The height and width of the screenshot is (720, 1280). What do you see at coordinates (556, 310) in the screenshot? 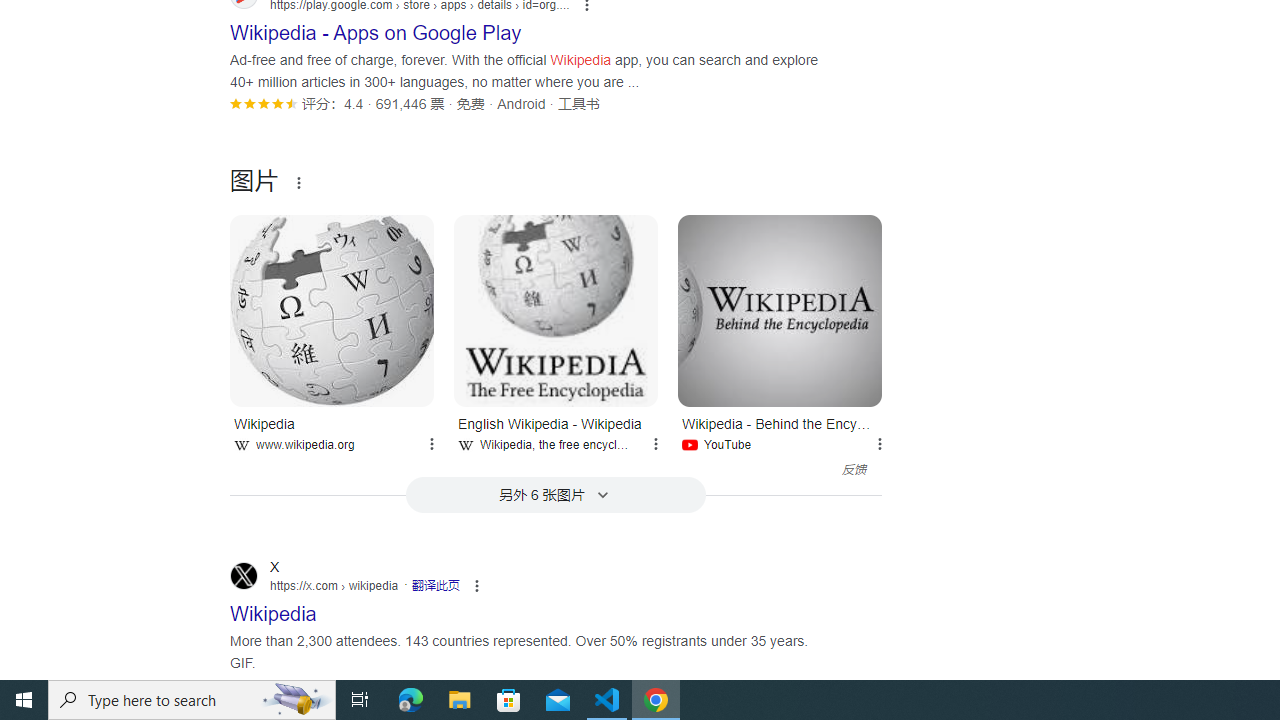
I see `'English Wikipedia - Wikipedia'` at bounding box center [556, 310].